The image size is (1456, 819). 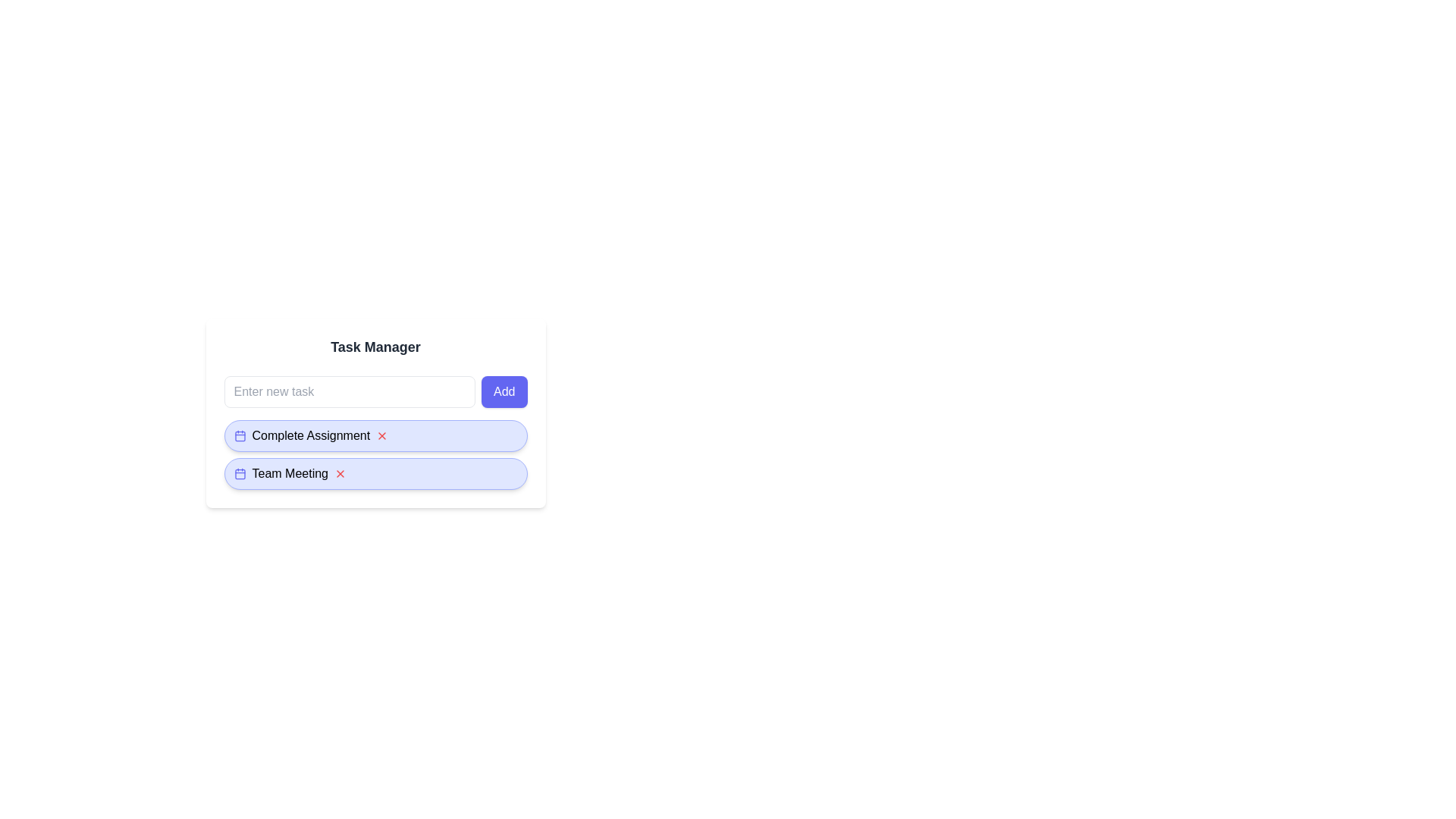 I want to click on 'X' button next to the task 'Complete Assignment' to delete it, so click(x=382, y=435).